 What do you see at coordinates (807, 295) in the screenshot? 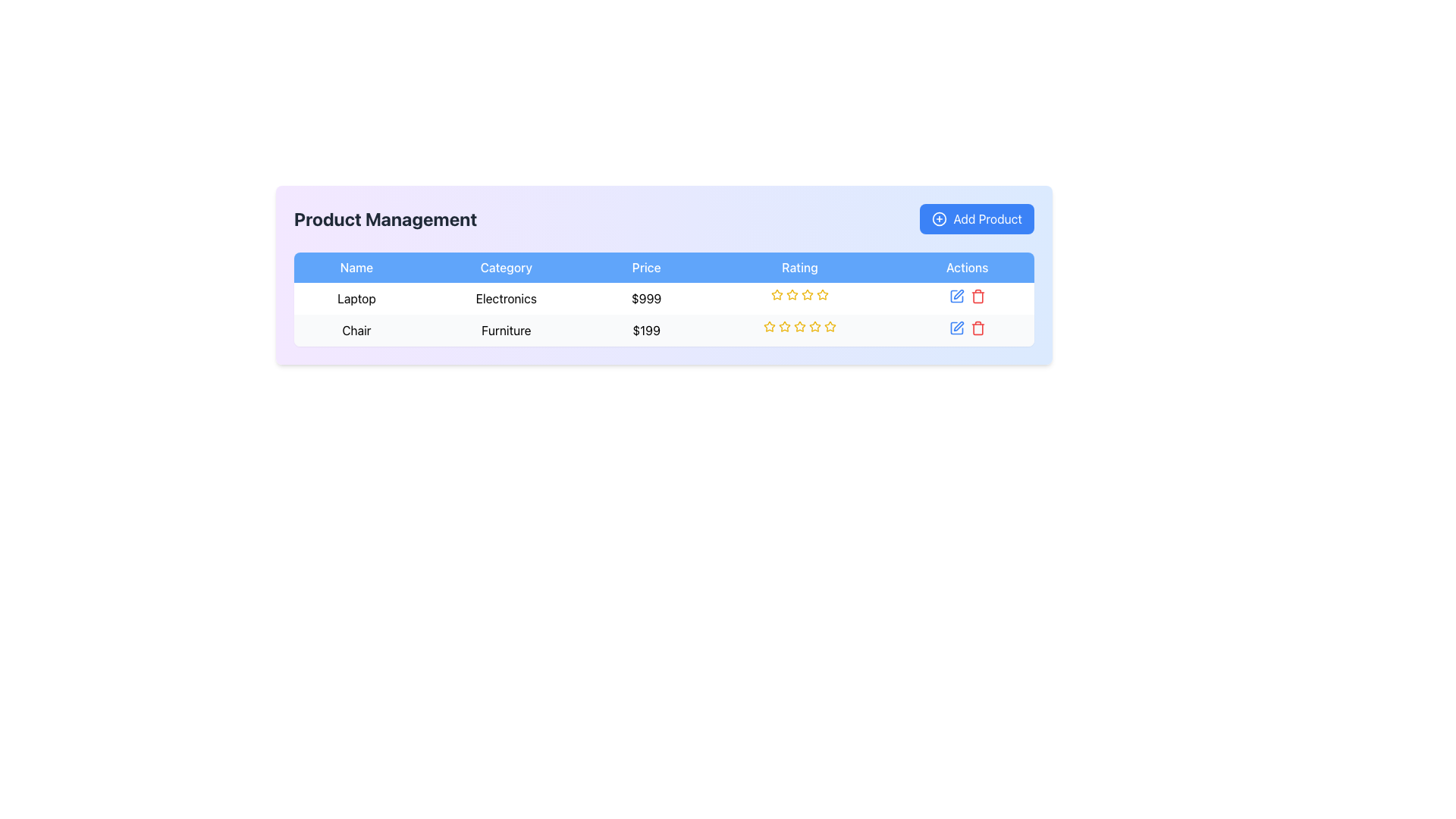
I see `the fifth yellow star icon in the fourth row of the rating section of the table` at bounding box center [807, 295].